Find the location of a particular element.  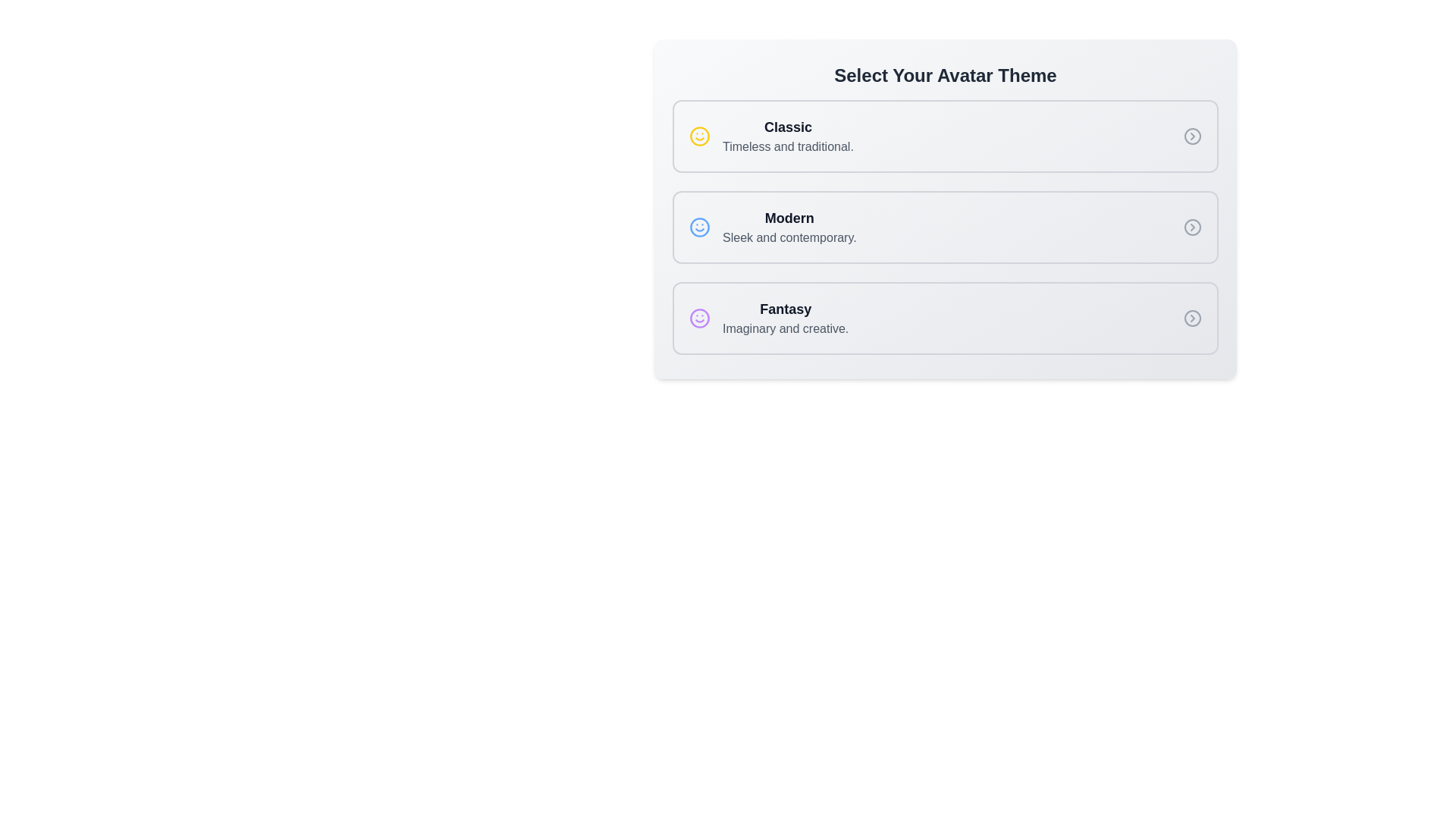

informational text element displaying 'Timeless and traditional.' which is styled in gray color and positioned underneath the title 'Classic' is located at coordinates (788, 146).